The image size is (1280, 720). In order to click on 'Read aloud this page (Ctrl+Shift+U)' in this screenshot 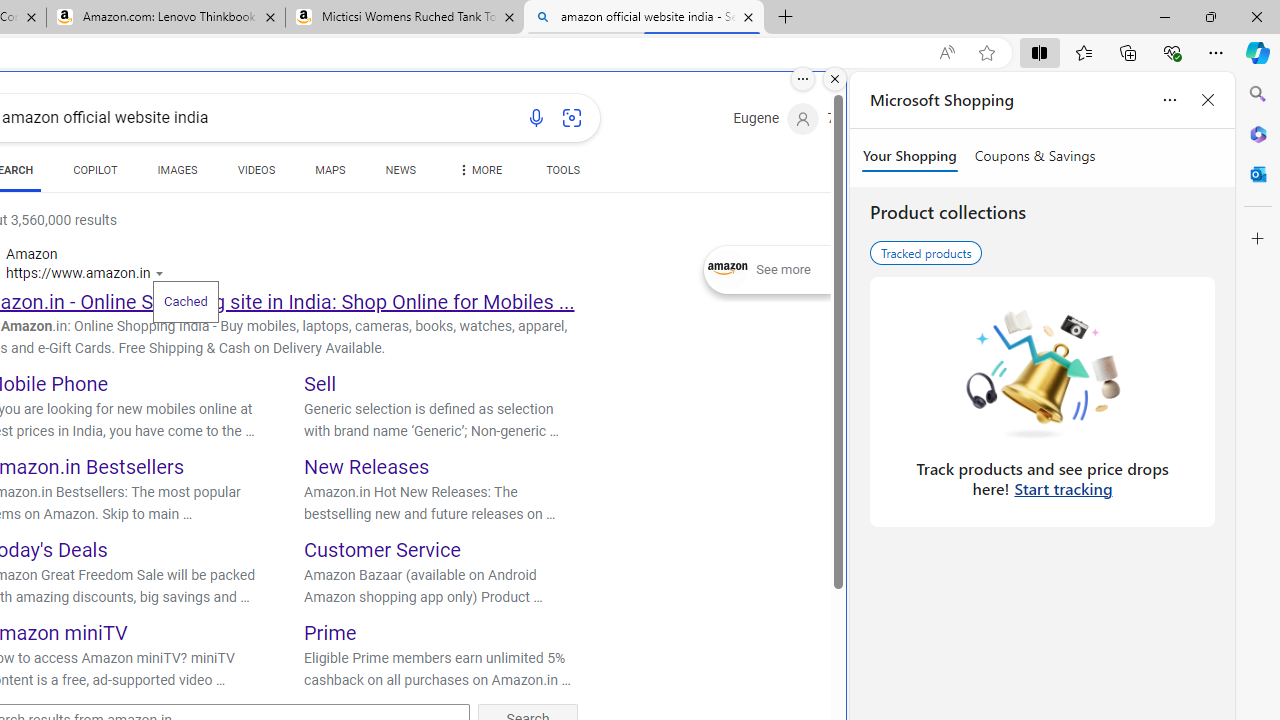, I will do `click(945, 52)`.